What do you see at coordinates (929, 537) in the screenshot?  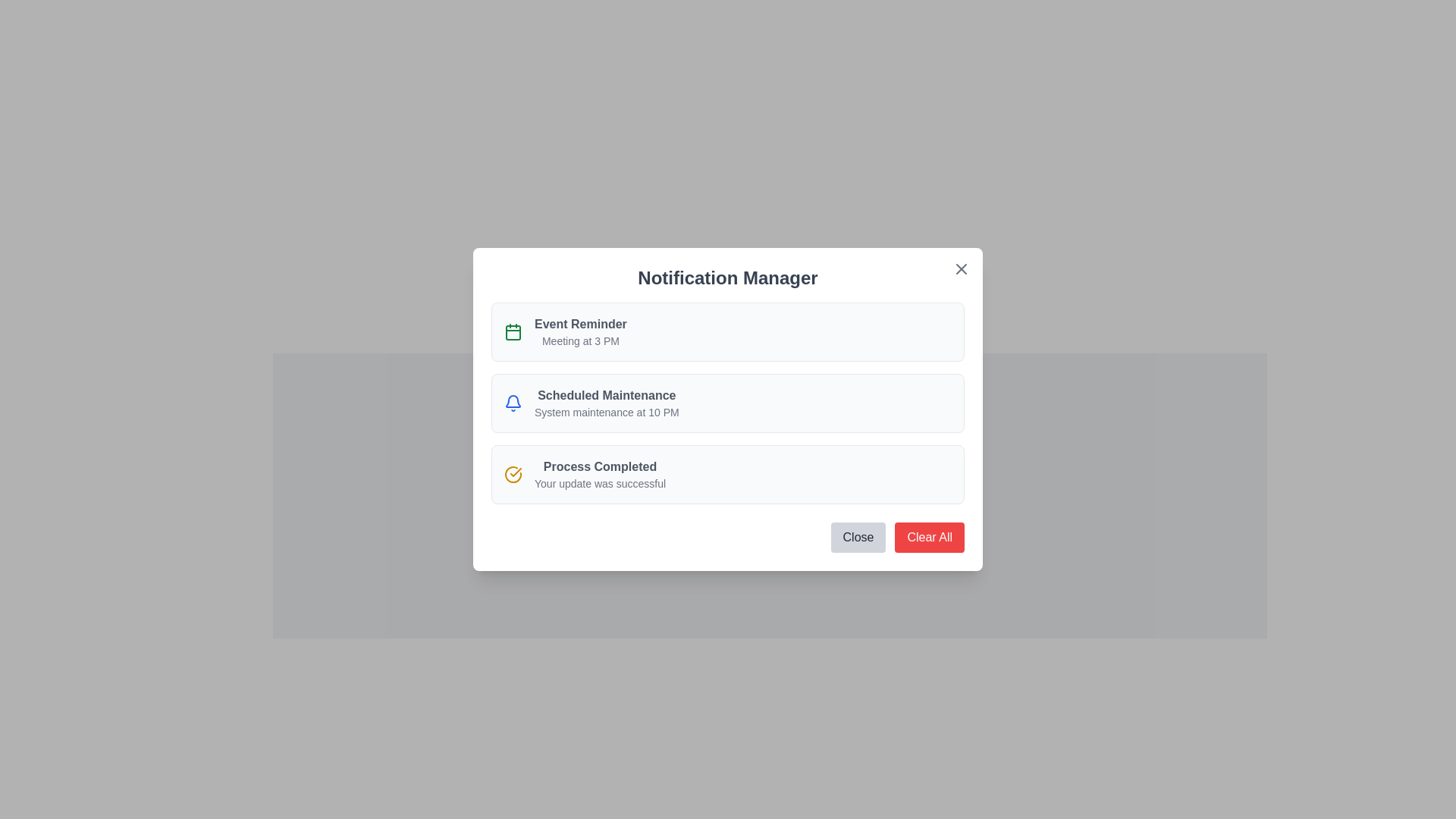 I see `the 'Clear All' button with a red background and white text located at the bottom-right corner of the 'Notification Manager' modal` at bounding box center [929, 537].